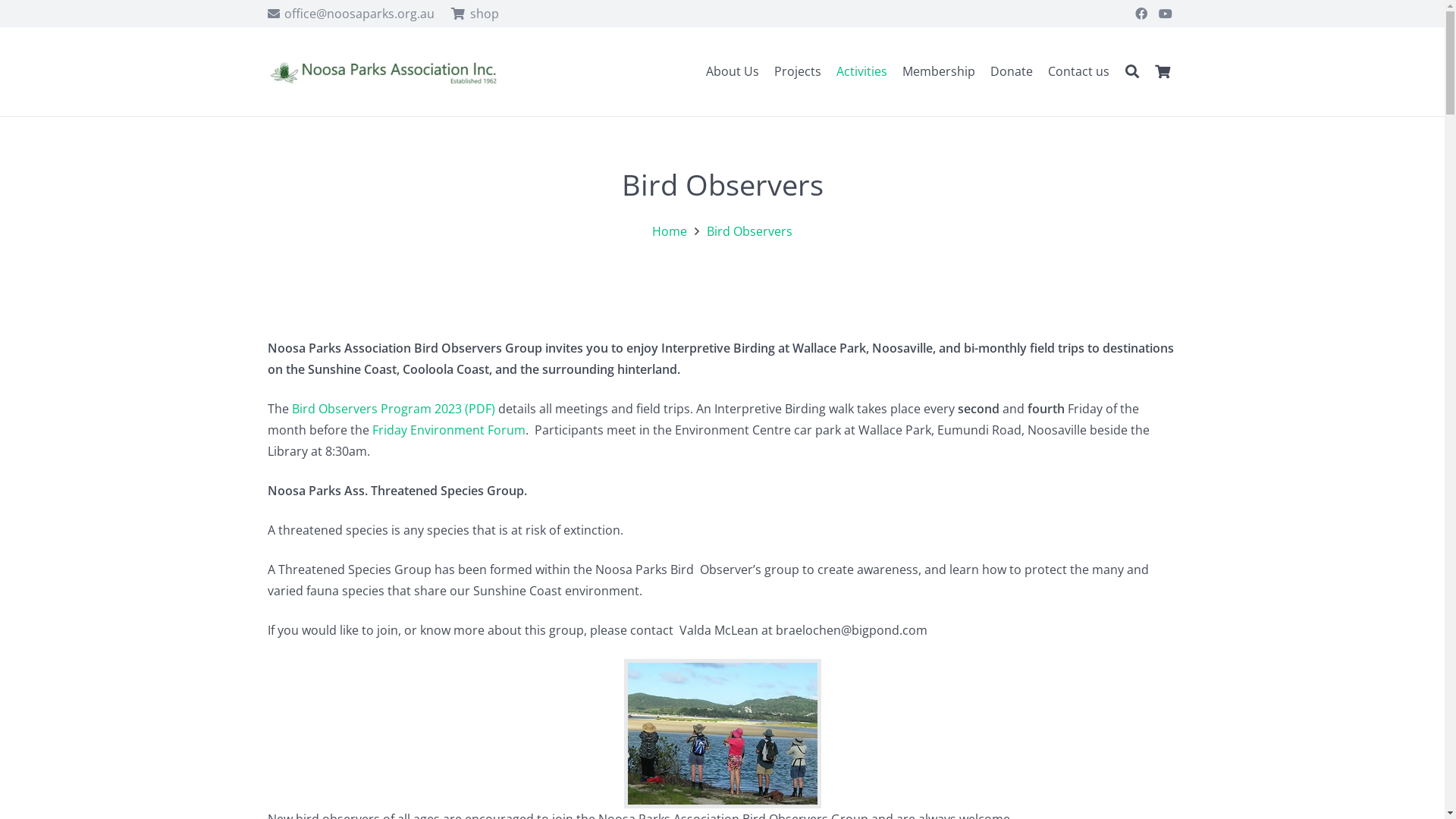 Image resolution: width=1456 pixels, height=819 pixels. What do you see at coordinates (705, 231) in the screenshot?
I see `'Bird Observers'` at bounding box center [705, 231].